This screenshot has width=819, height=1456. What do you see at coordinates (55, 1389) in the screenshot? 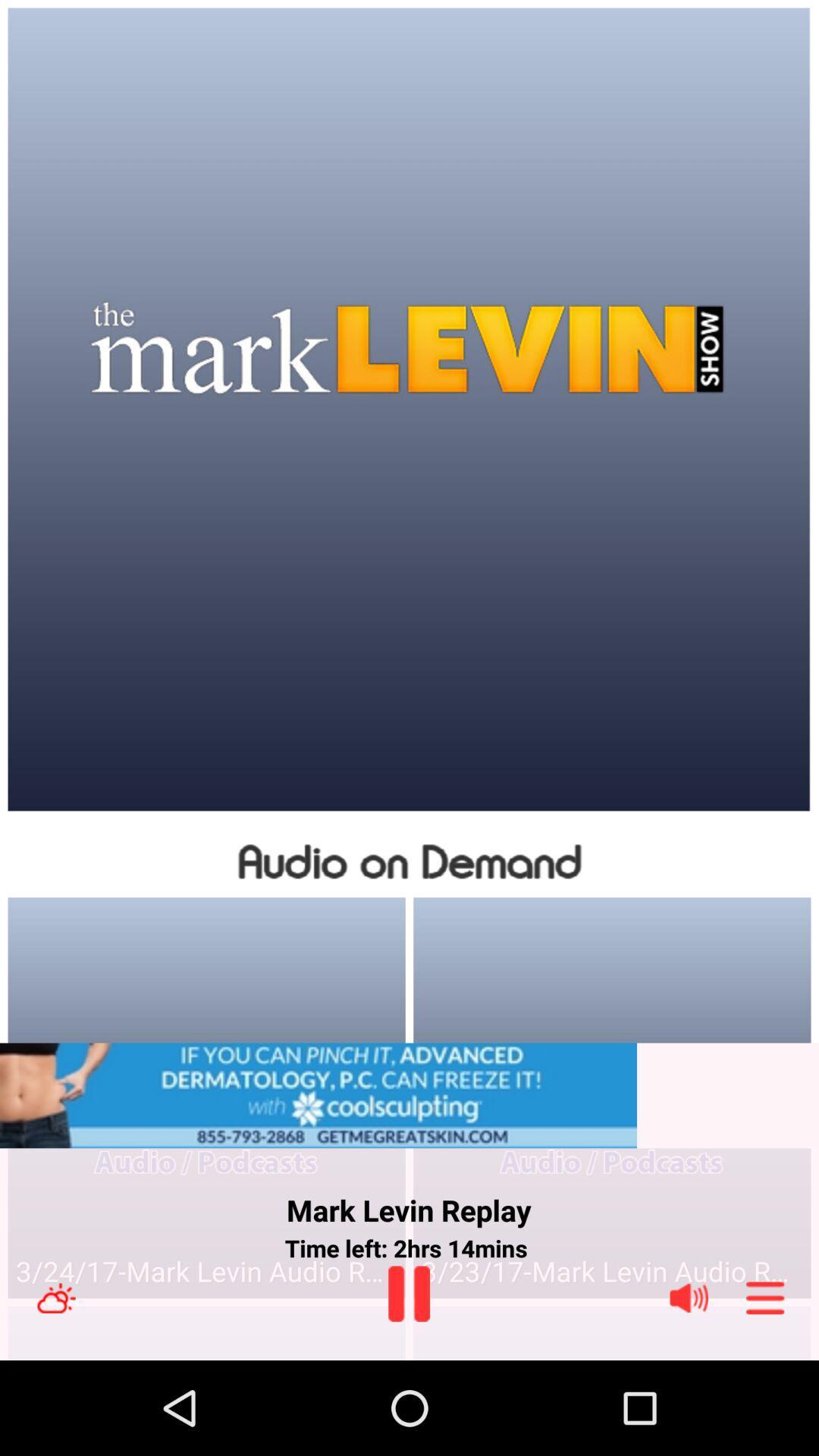
I see `the weather icon` at bounding box center [55, 1389].